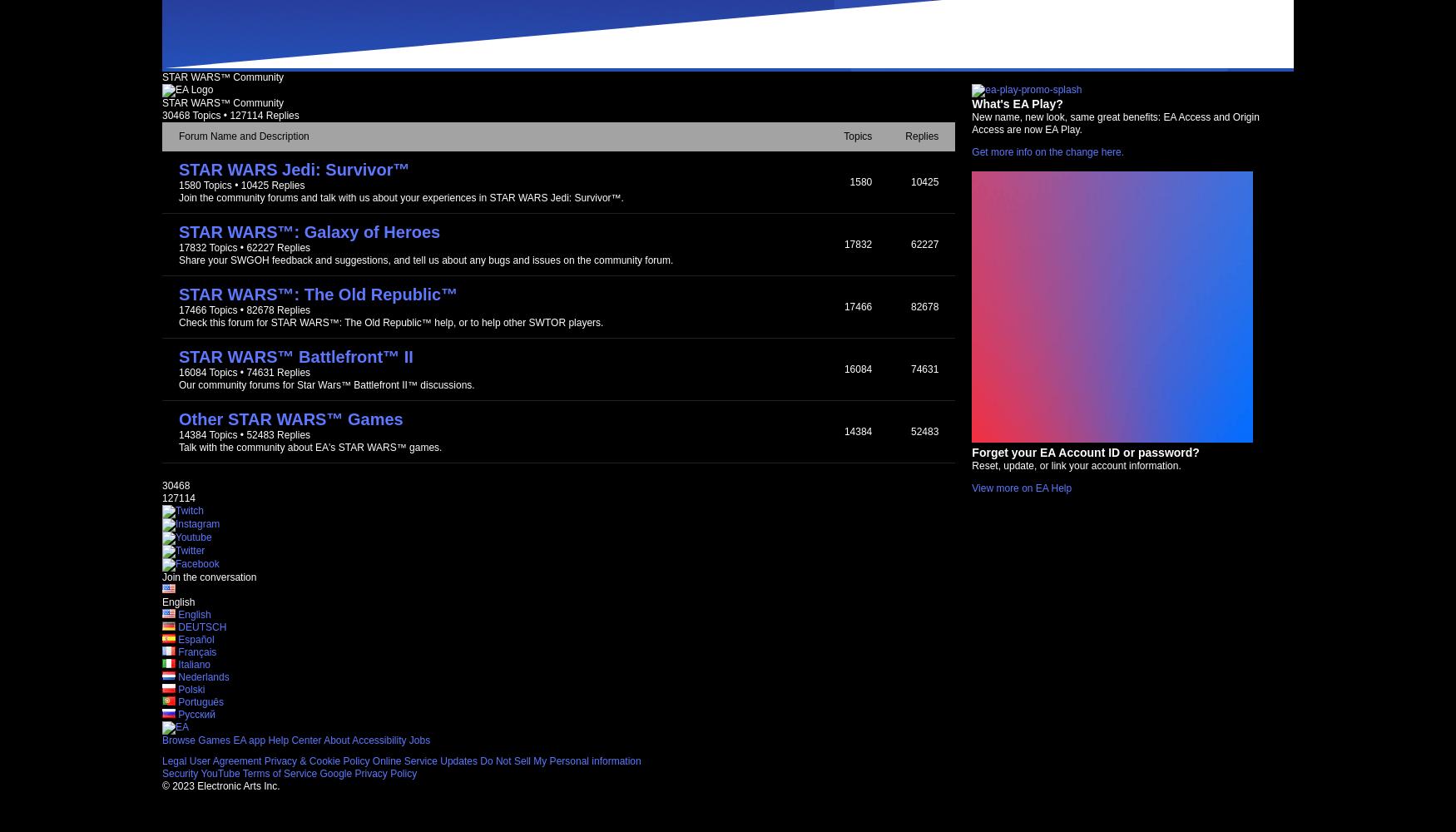 Image resolution: width=1456 pixels, height=832 pixels. Describe the element at coordinates (179, 384) in the screenshot. I see `'Our community forums for Star Wars™ Battlefront II™ discussions.'` at that location.